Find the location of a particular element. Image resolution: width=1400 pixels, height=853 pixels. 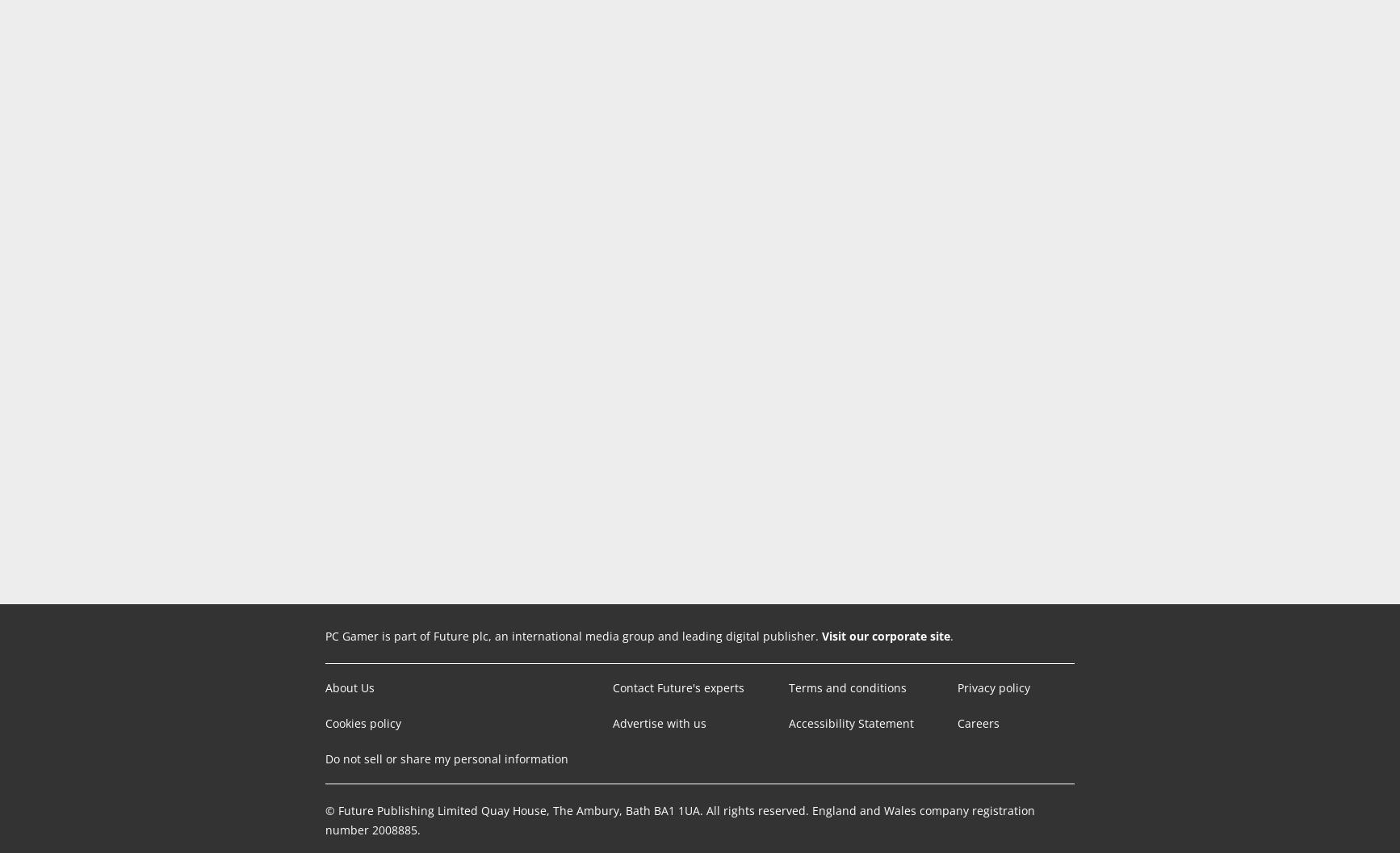

'Terms and conditions' is located at coordinates (847, 687).